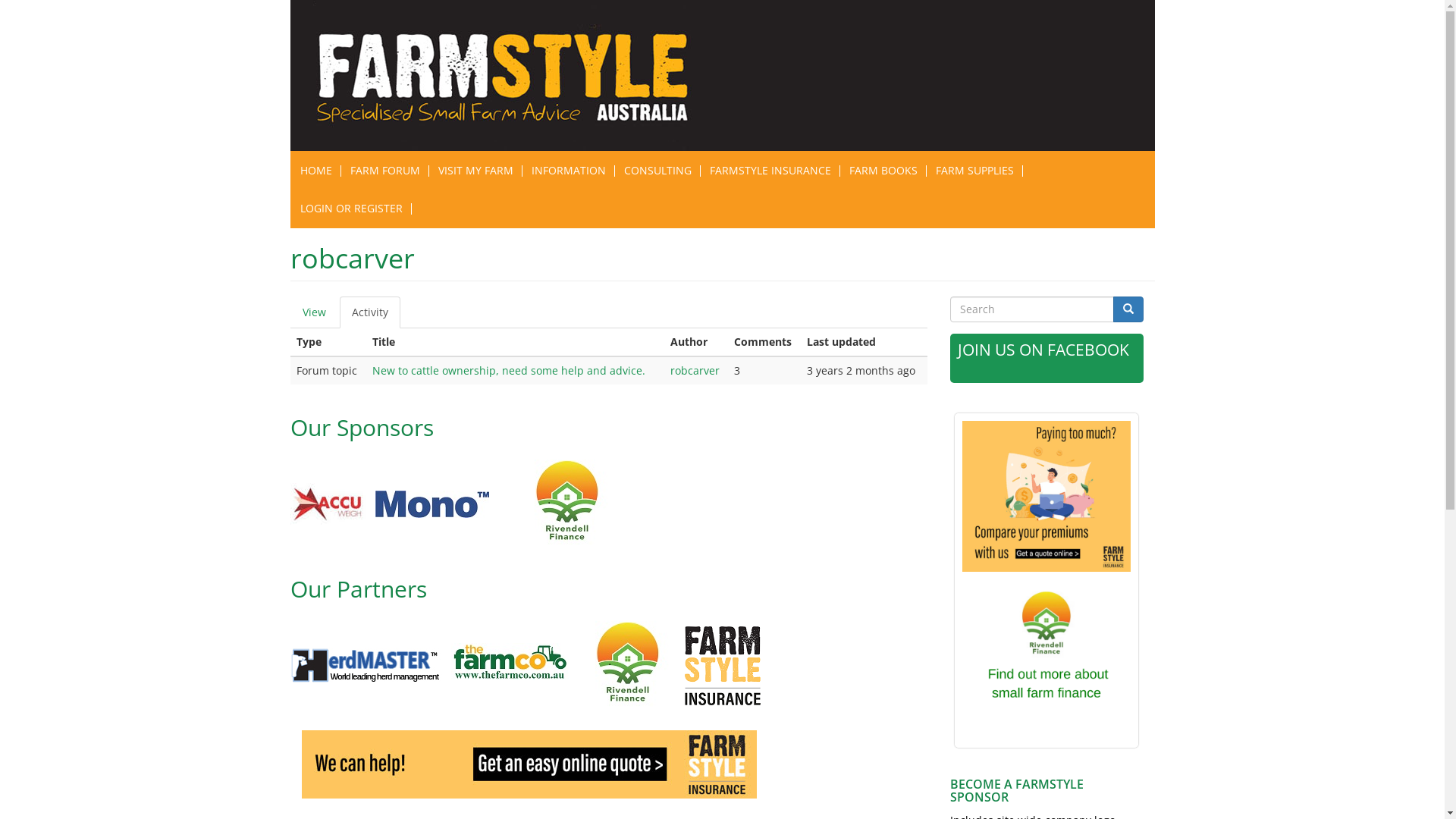 Image resolution: width=1456 pixels, height=819 pixels. I want to click on 'FARM BOOKS', so click(883, 170).